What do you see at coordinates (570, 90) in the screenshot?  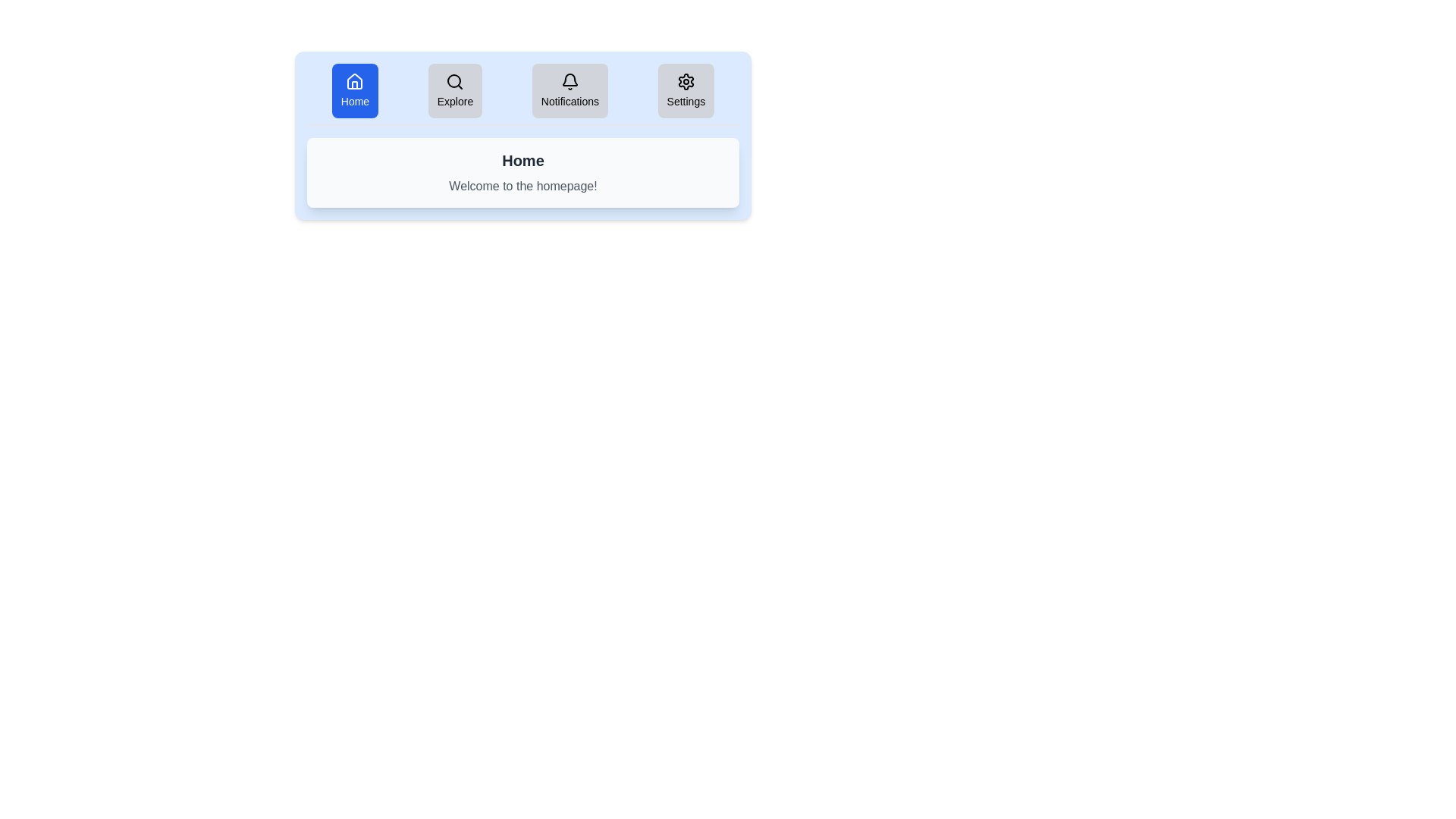 I see `the tab button labeled Notifications` at bounding box center [570, 90].